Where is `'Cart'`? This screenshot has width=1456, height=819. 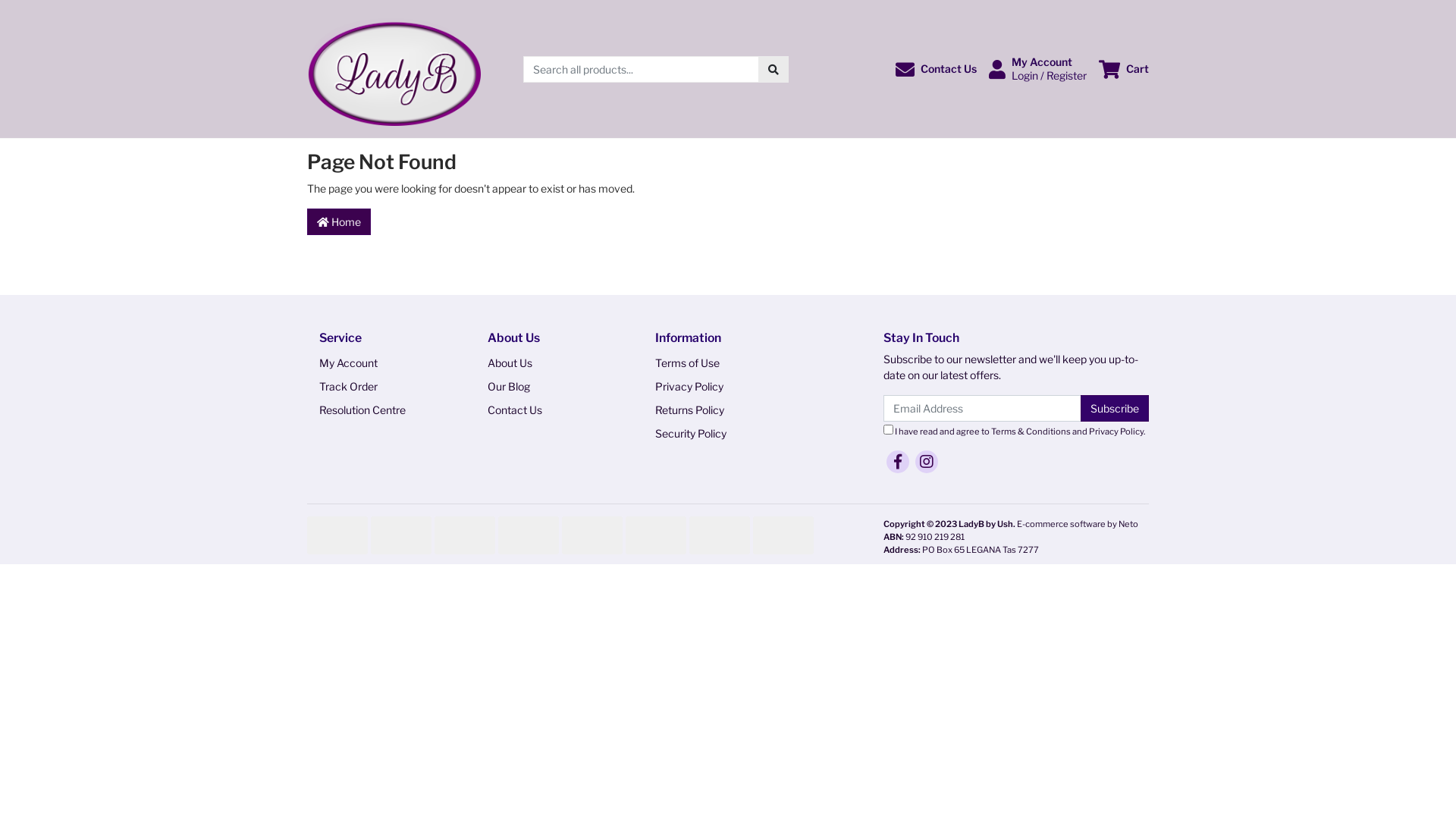 'Cart' is located at coordinates (1124, 68).